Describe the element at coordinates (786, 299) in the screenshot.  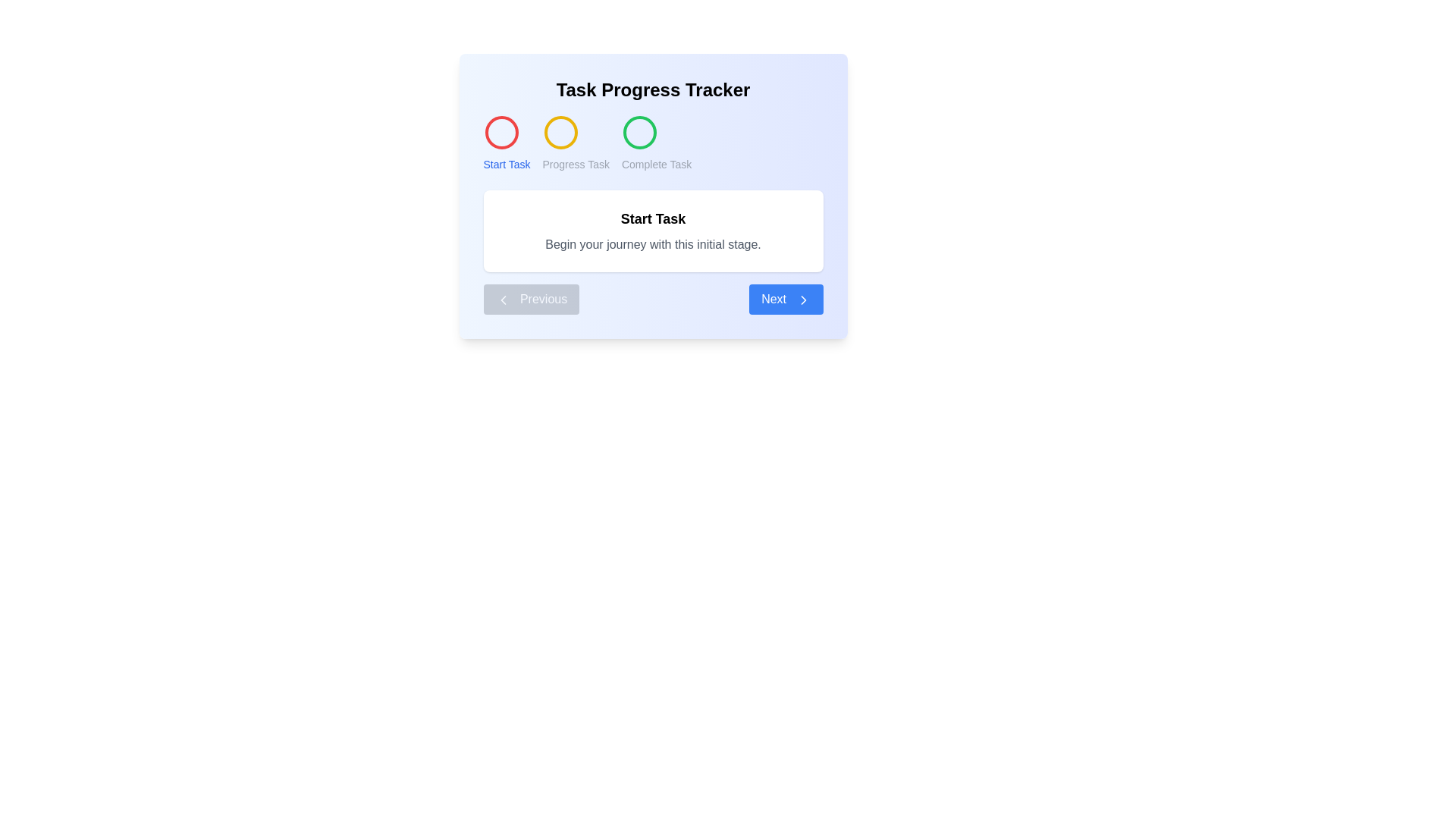
I see `the 'Next' button to navigate to the next step` at that location.